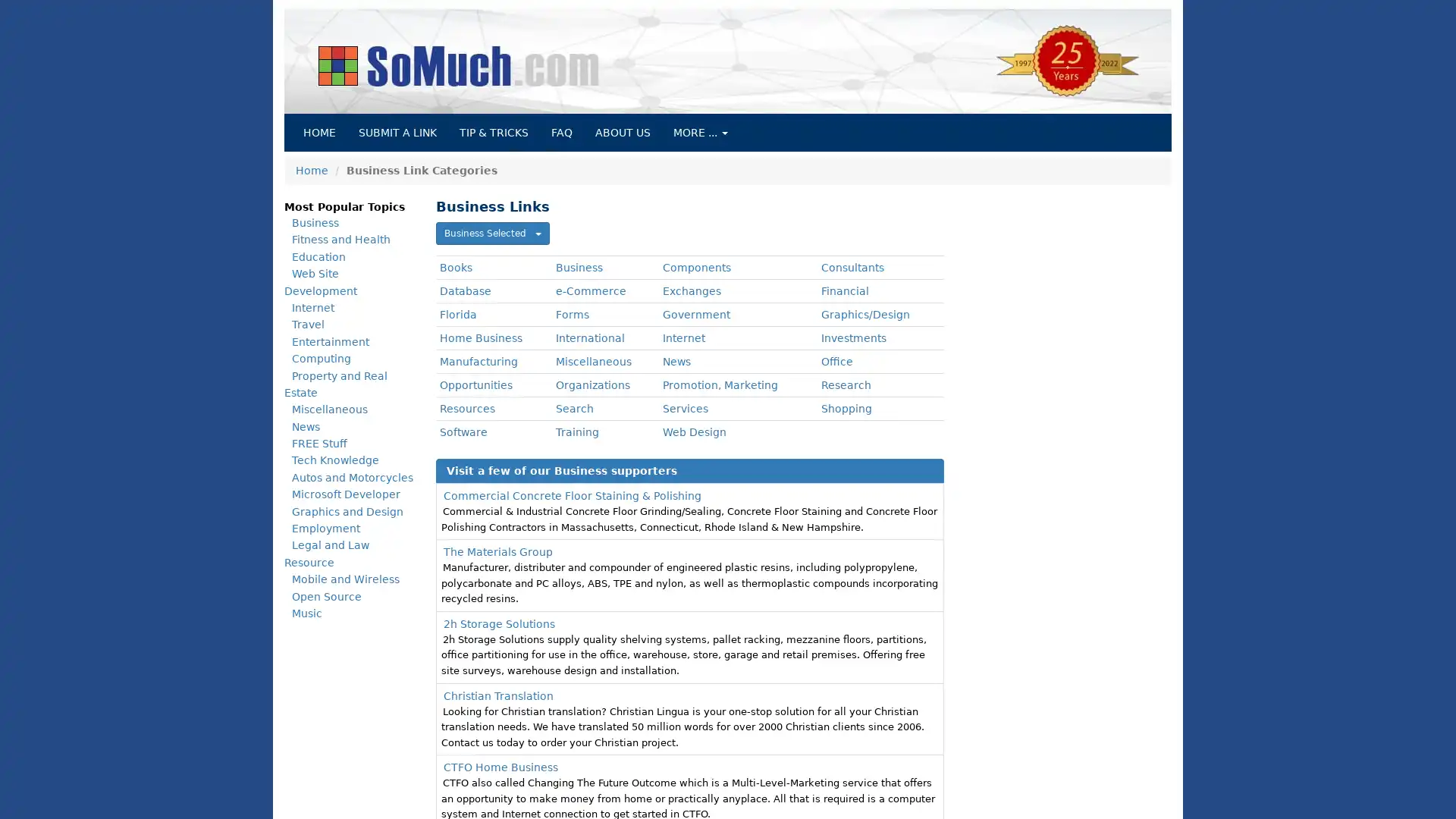  Describe the element at coordinates (492, 234) in the screenshot. I see `Business Selected` at that location.